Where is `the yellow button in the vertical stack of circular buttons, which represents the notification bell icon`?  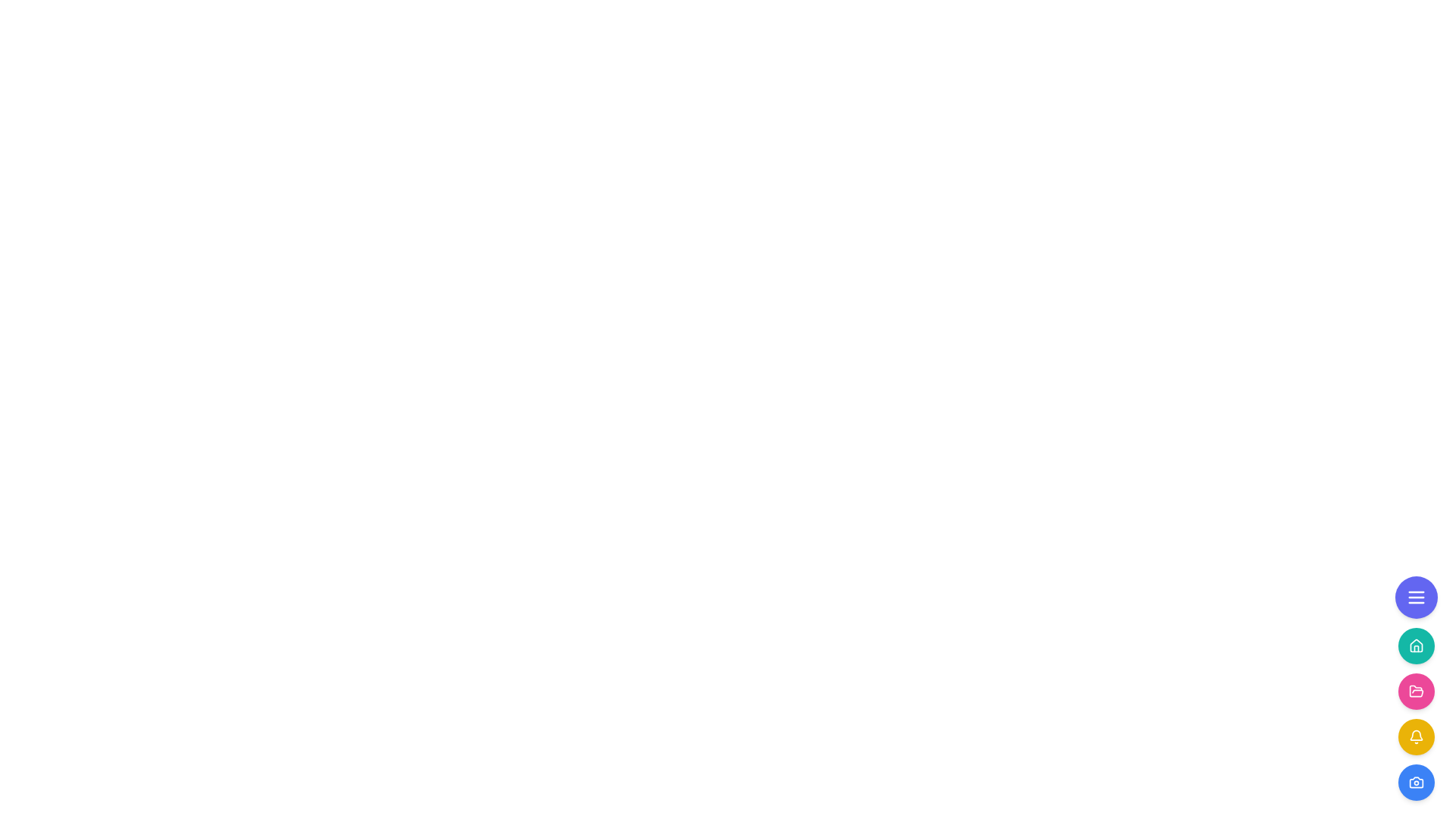
the yellow button in the vertical stack of circular buttons, which represents the notification bell icon is located at coordinates (1415, 714).